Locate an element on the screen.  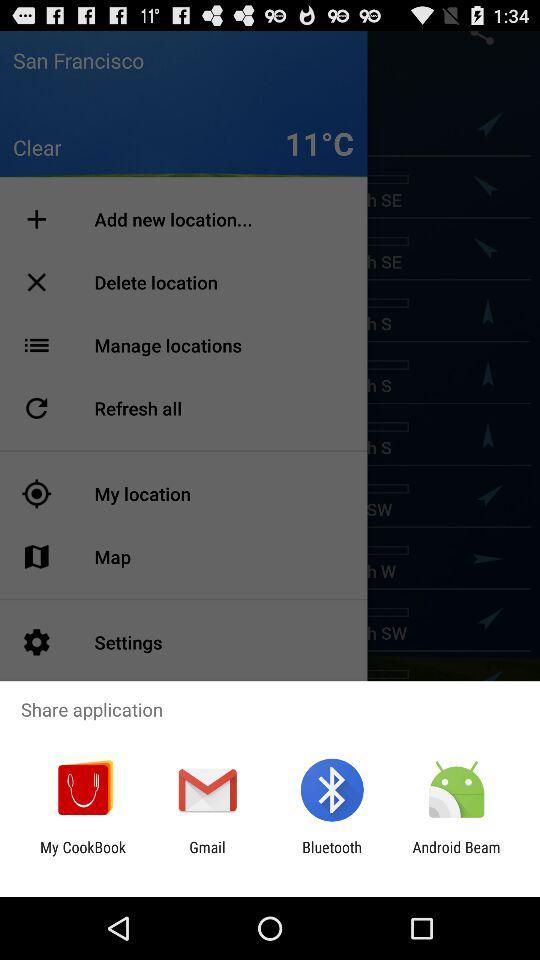
icon to the right of bluetooth item is located at coordinates (456, 855).